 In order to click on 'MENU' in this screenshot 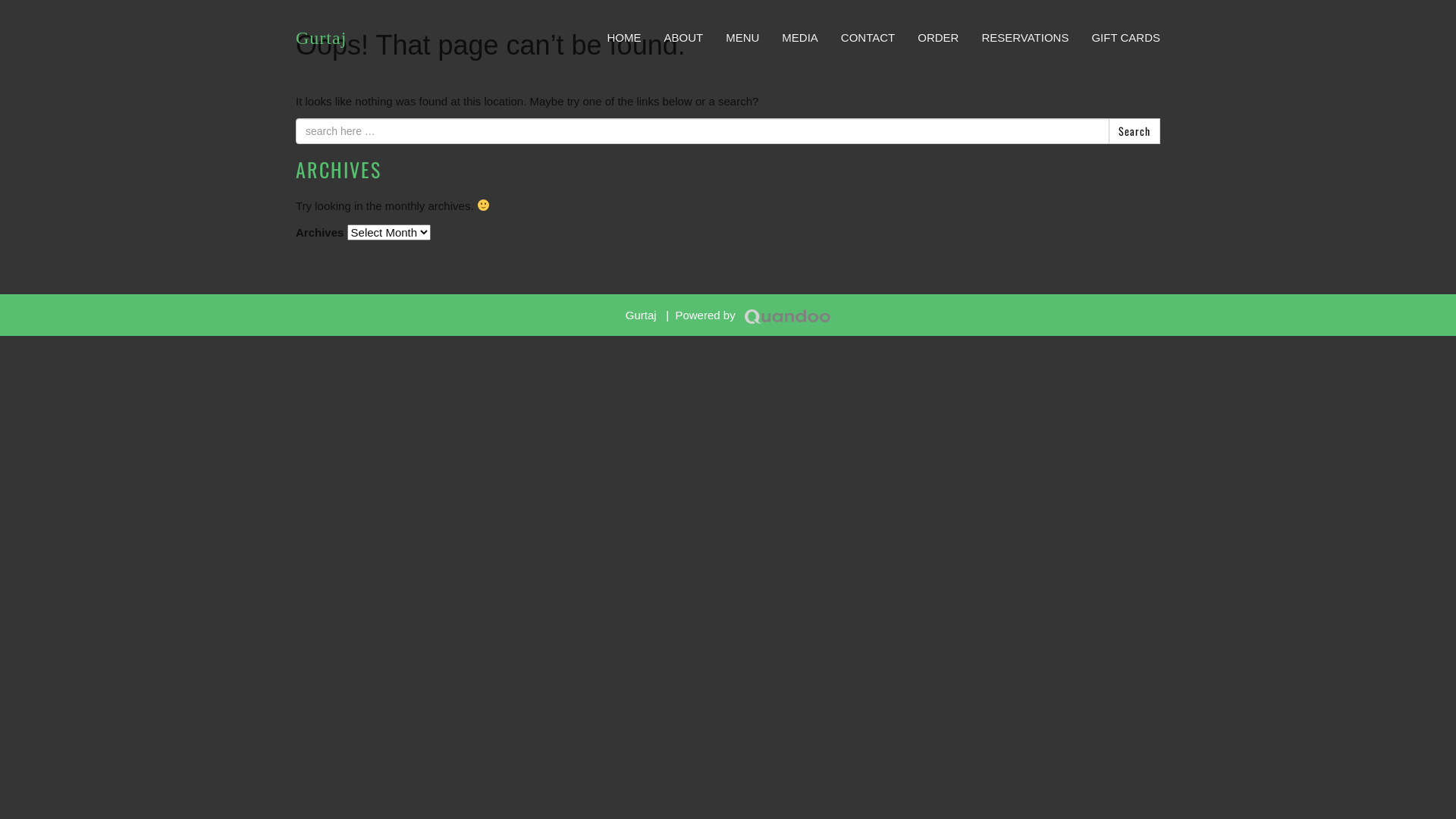, I will do `click(742, 37)`.